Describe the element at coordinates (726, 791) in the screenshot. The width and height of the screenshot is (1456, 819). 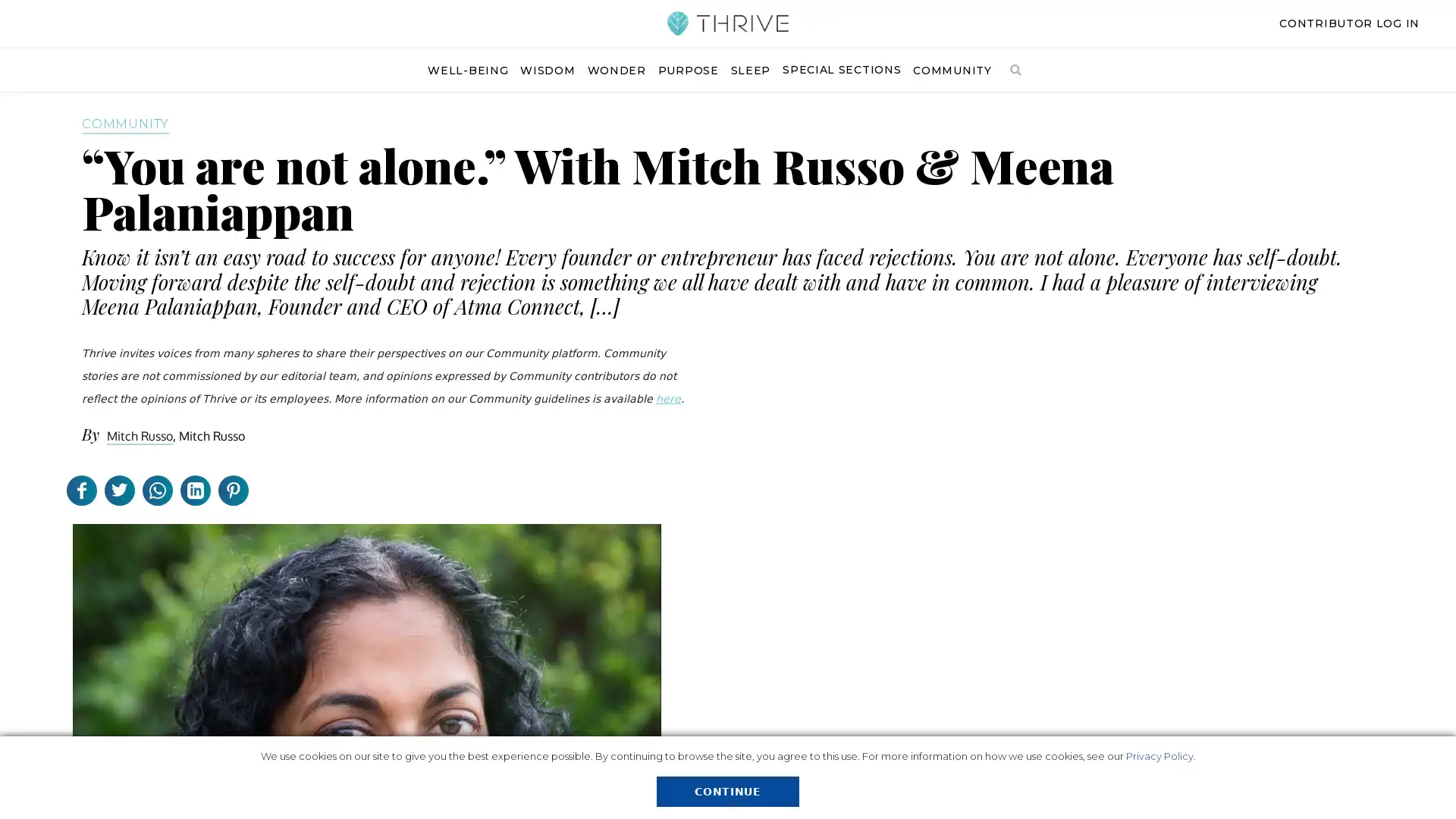
I see `CONTINUE` at that location.